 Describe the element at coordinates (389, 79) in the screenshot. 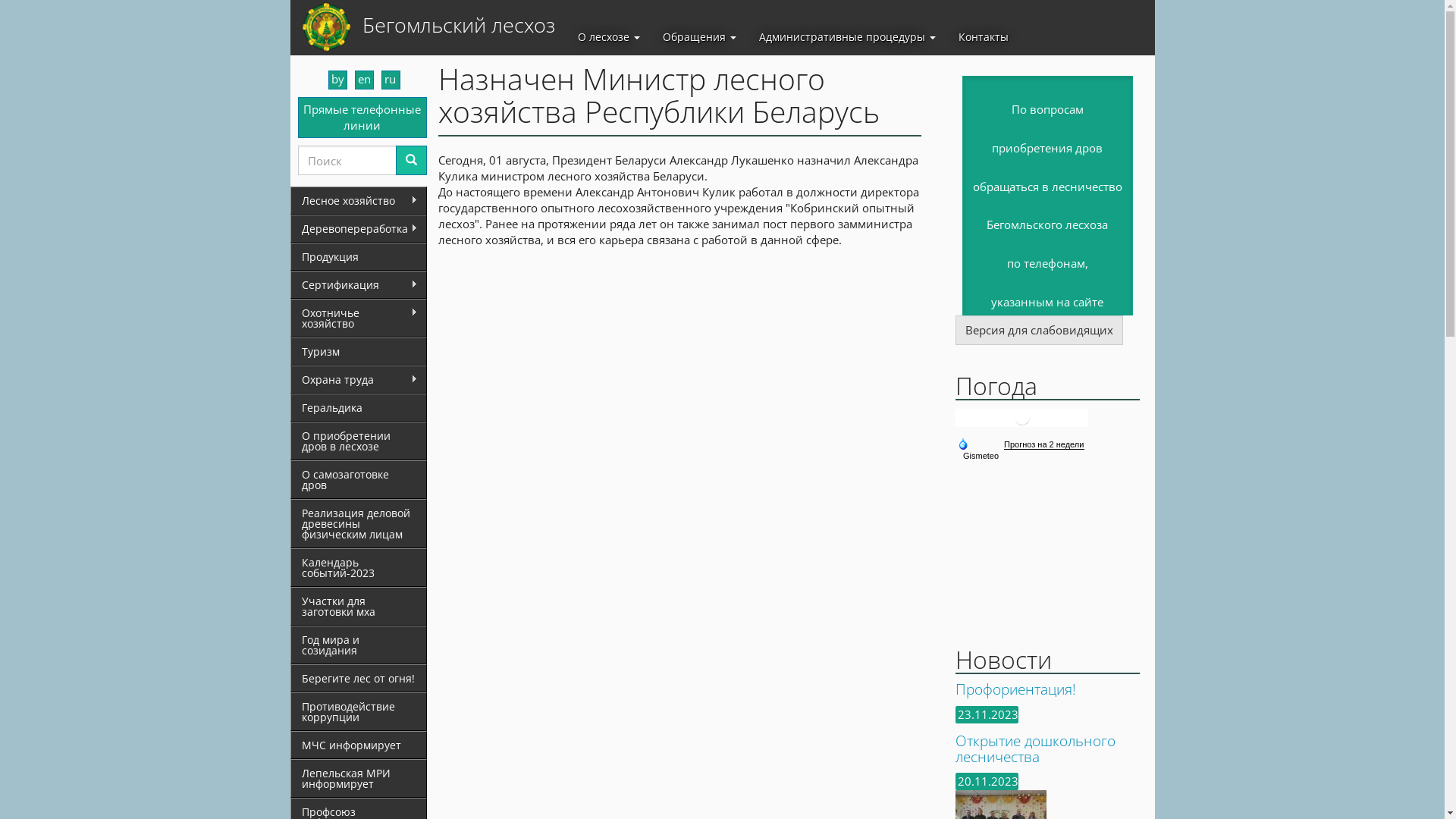

I see `'ru'` at that location.